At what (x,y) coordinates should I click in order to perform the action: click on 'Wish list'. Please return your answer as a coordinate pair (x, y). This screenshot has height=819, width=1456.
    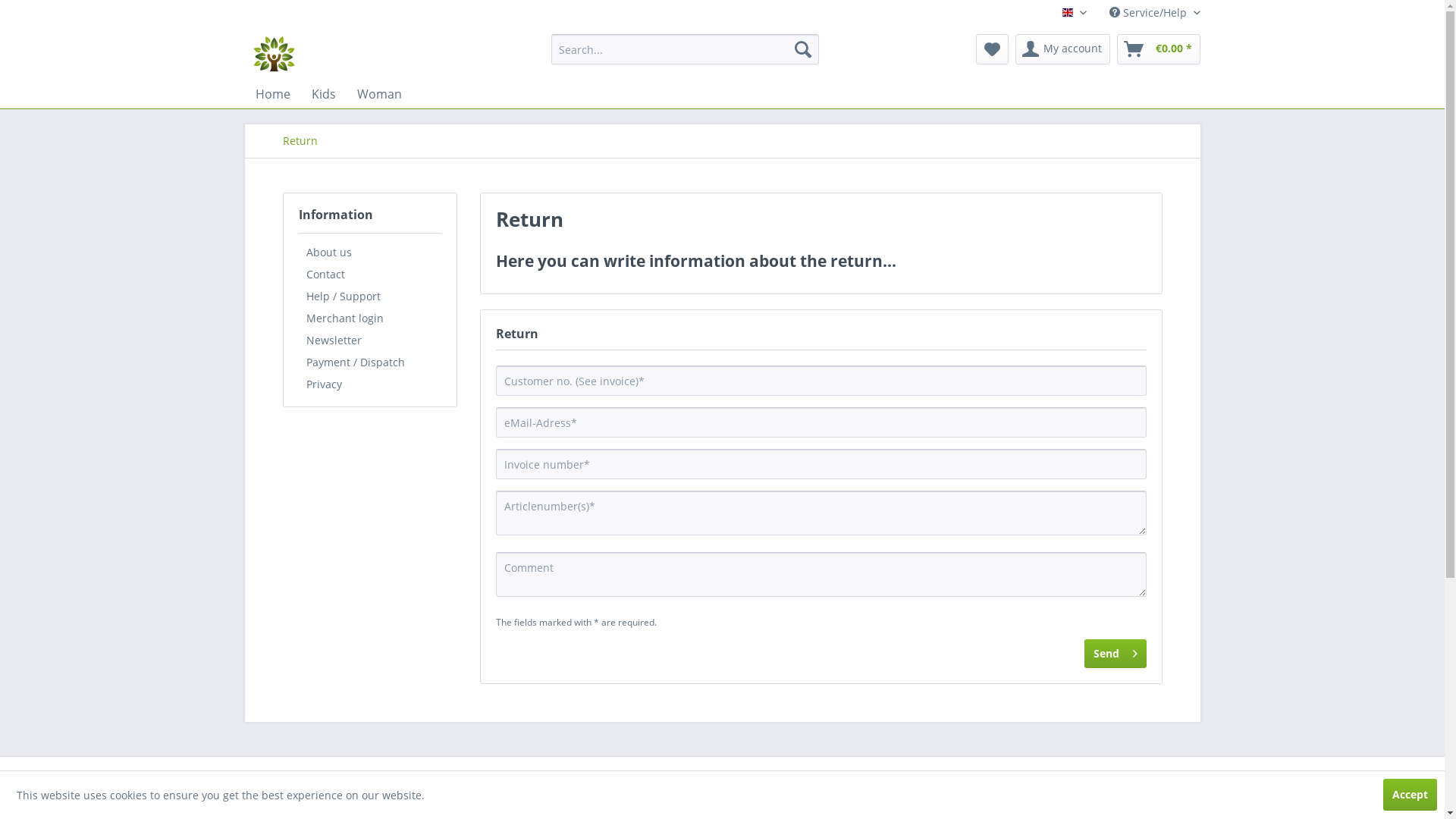
    Looking at the image, I should click on (991, 49).